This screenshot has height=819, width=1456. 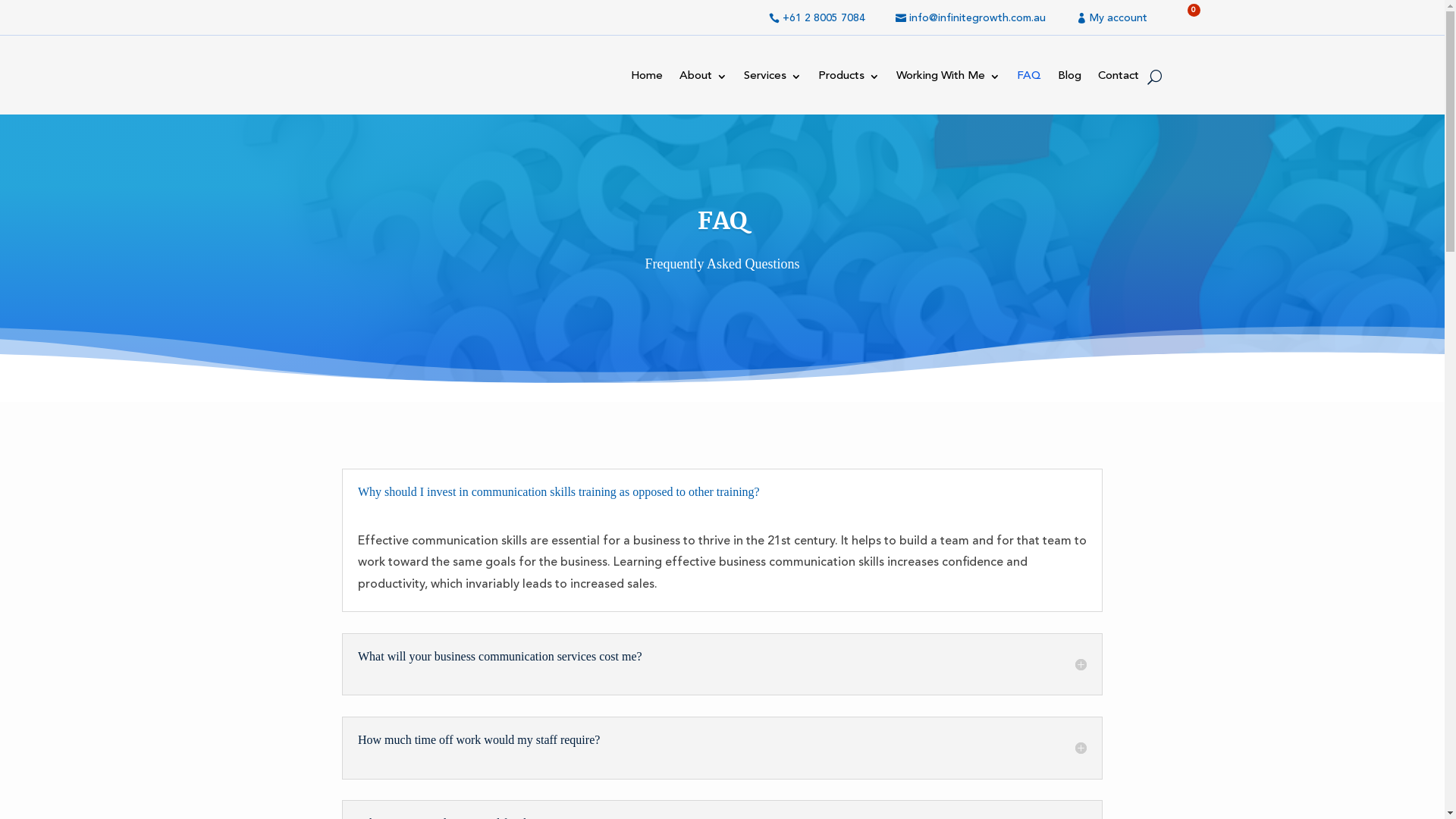 I want to click on 'Products', so click(x=847, y=79).